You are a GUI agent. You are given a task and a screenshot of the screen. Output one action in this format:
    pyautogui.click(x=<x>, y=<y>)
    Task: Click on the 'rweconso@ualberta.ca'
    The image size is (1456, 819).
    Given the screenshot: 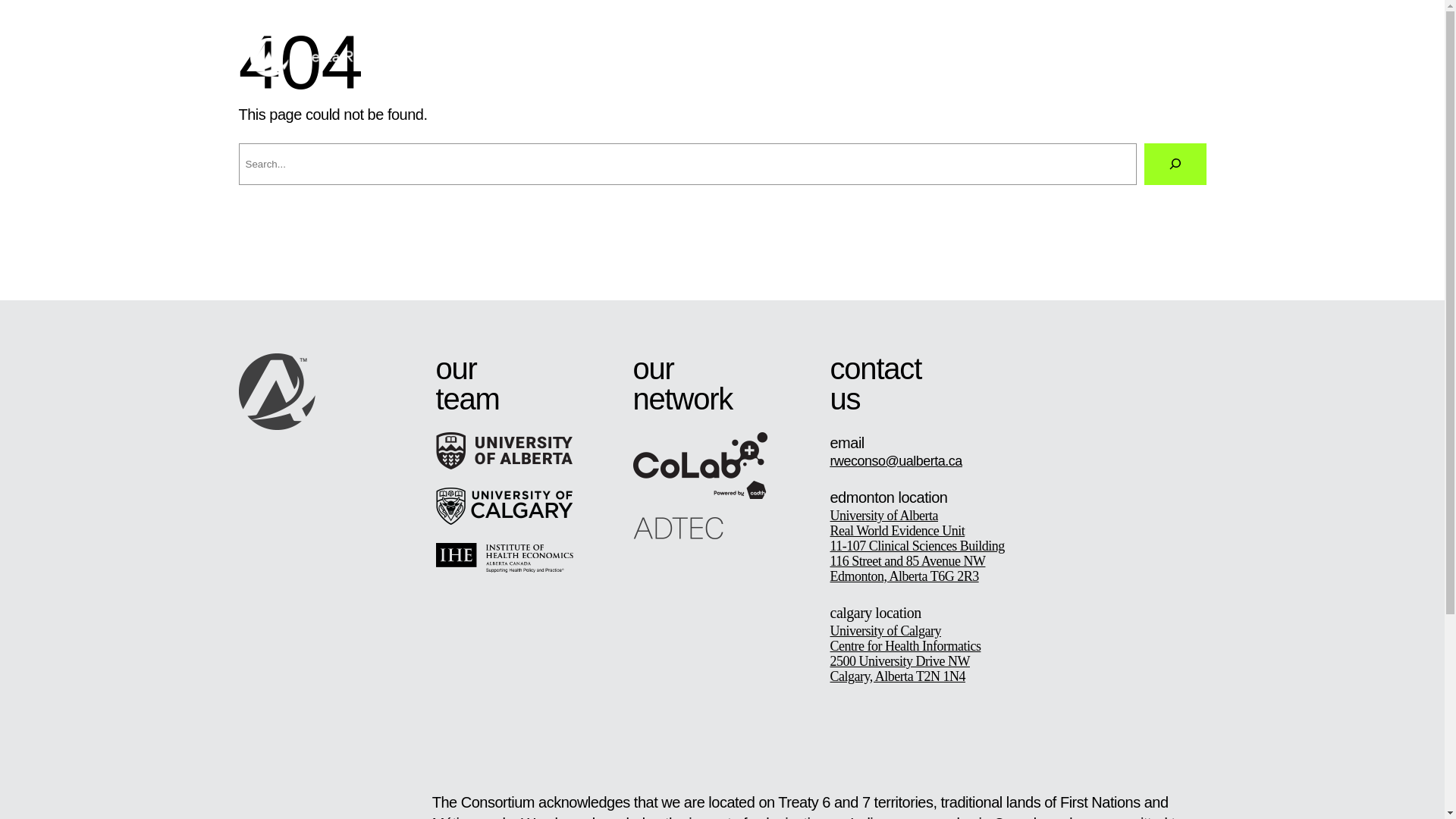 What is the action you would take?
    pyautogui.click(x=829, y=460)
    